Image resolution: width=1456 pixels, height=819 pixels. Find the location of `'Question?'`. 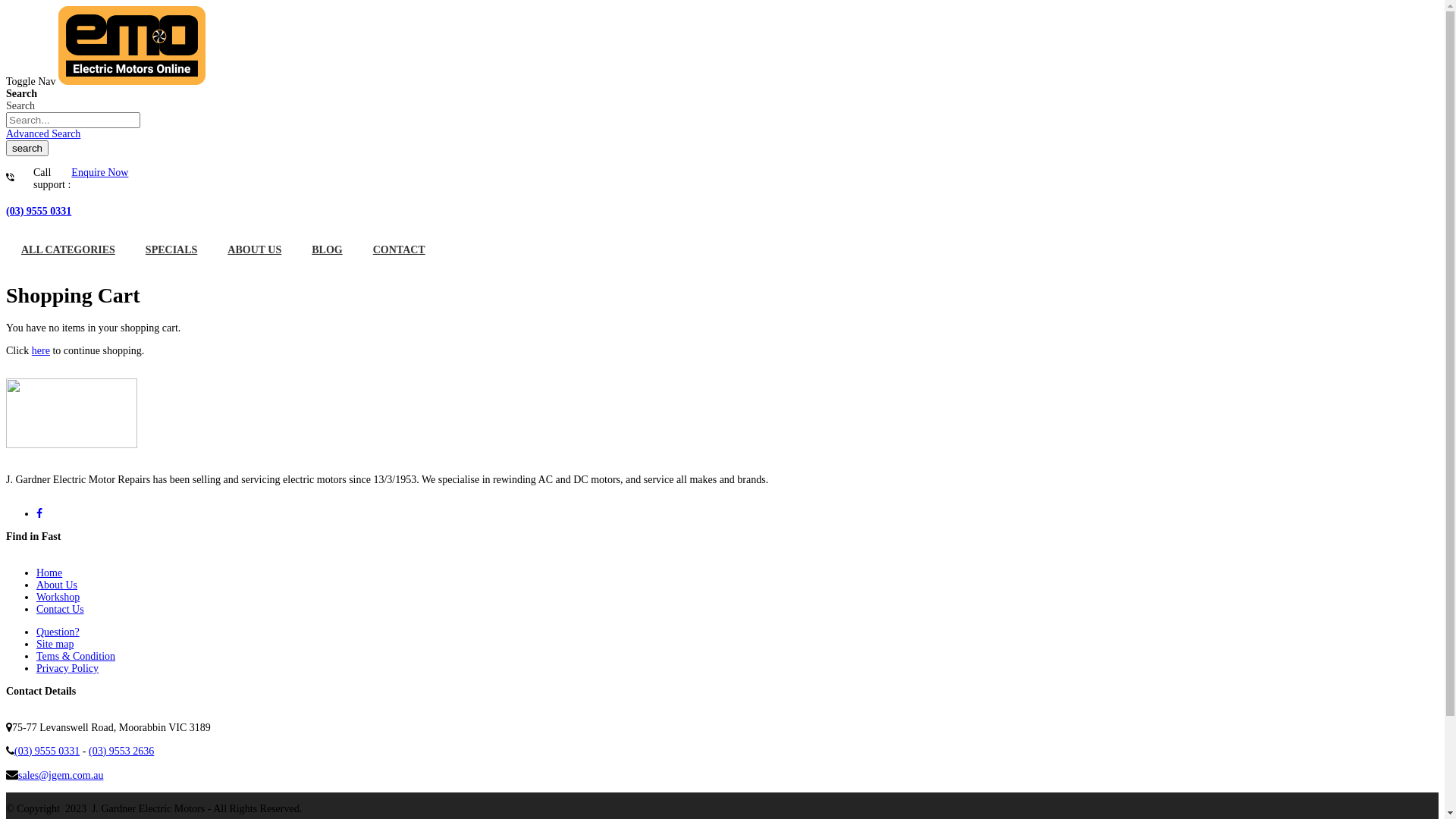

'Question?' is located at coordinates (36, 632).